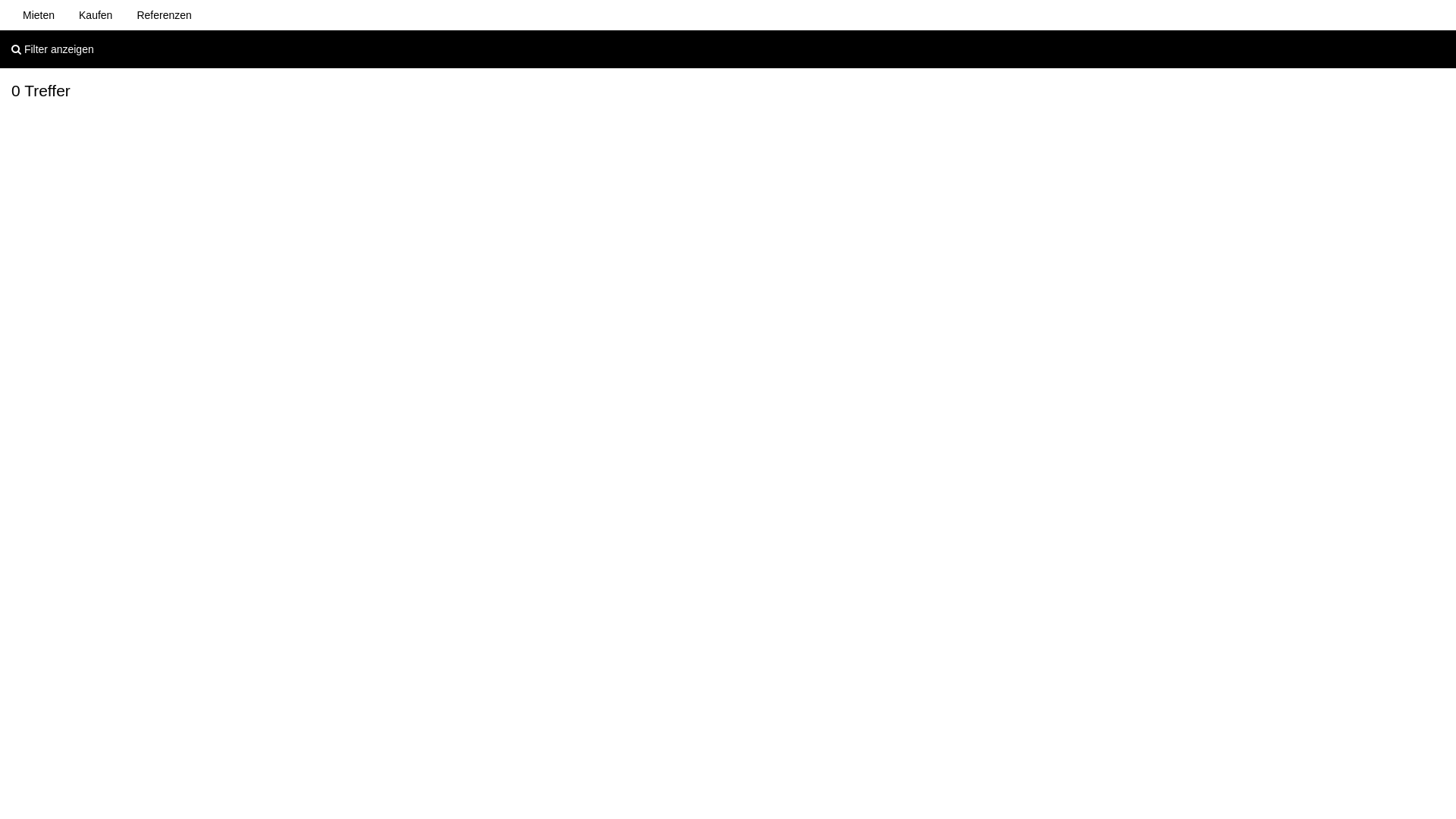 The width and height of the screenshot is (1456, 819). What do you see at coordinates (39, 14) in the screenshot?
I see `'Mieten'` at bounding box center [39, 14].